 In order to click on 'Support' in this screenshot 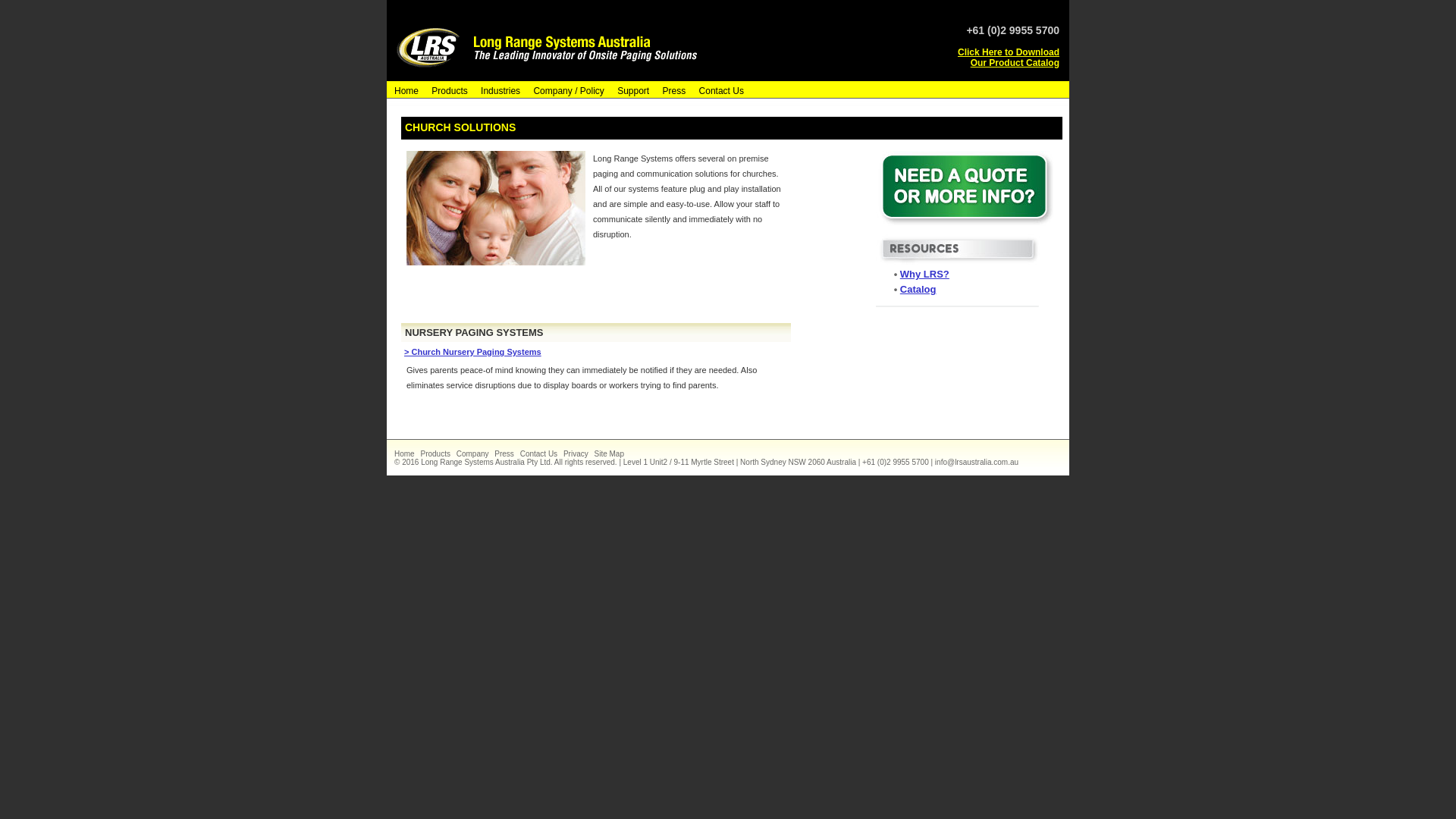, I will do `click(630, 90)`.